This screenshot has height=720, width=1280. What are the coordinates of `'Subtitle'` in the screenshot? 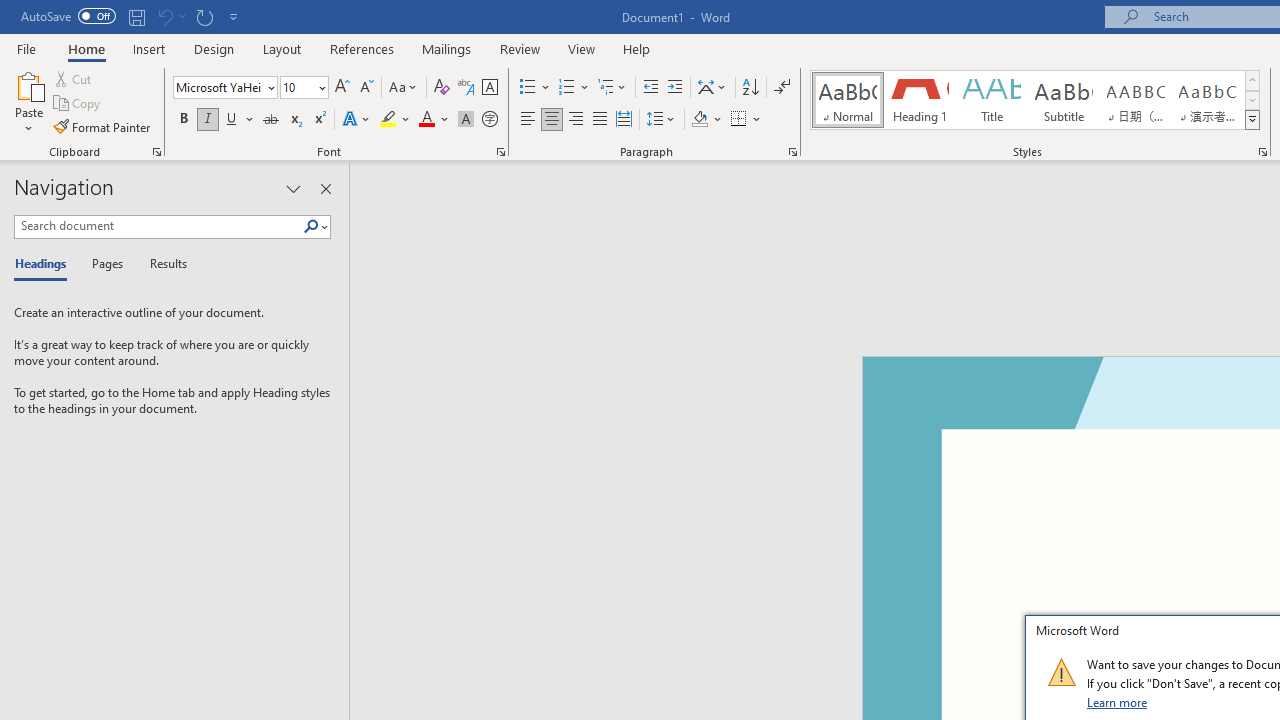 It's located at (1062, 100).